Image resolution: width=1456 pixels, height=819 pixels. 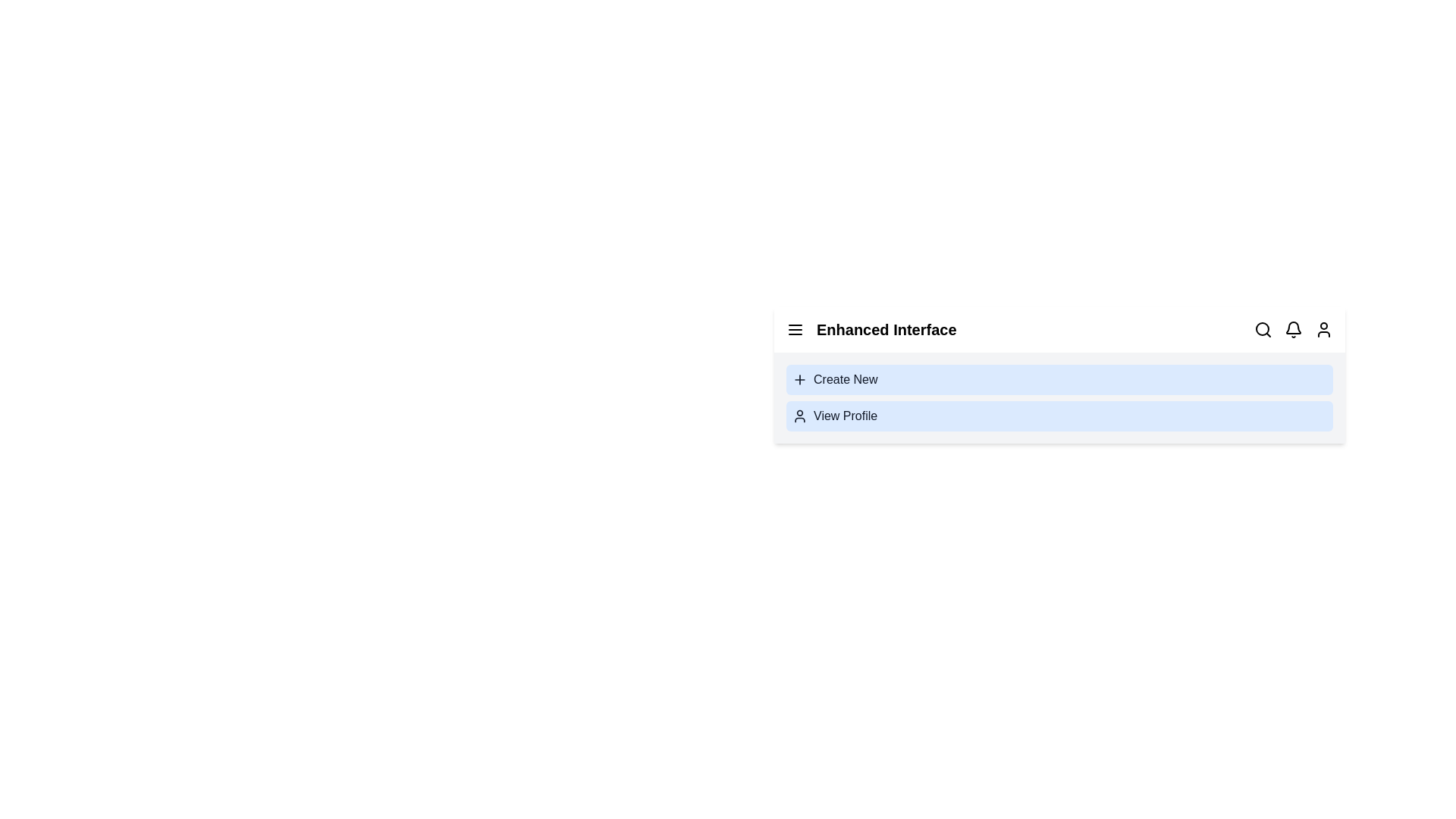 I want to click on the menu icon to toggle the dropdown menu, so click(x=795, y=329).